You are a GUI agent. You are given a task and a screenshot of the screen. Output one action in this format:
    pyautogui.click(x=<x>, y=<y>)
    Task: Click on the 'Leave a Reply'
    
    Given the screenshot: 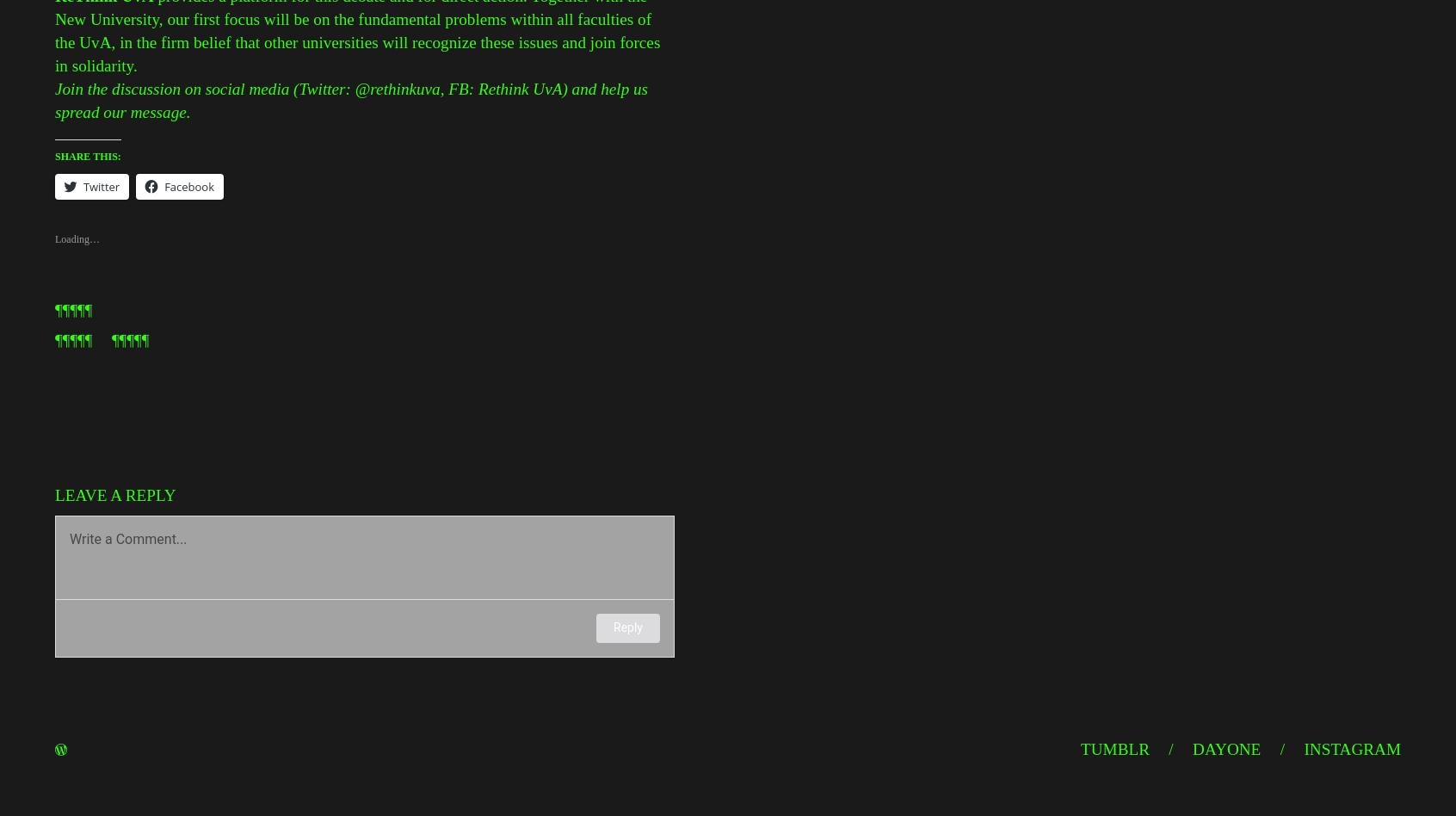 What is the action you would take?
    pyautogui.click(x=115, y=494)
    